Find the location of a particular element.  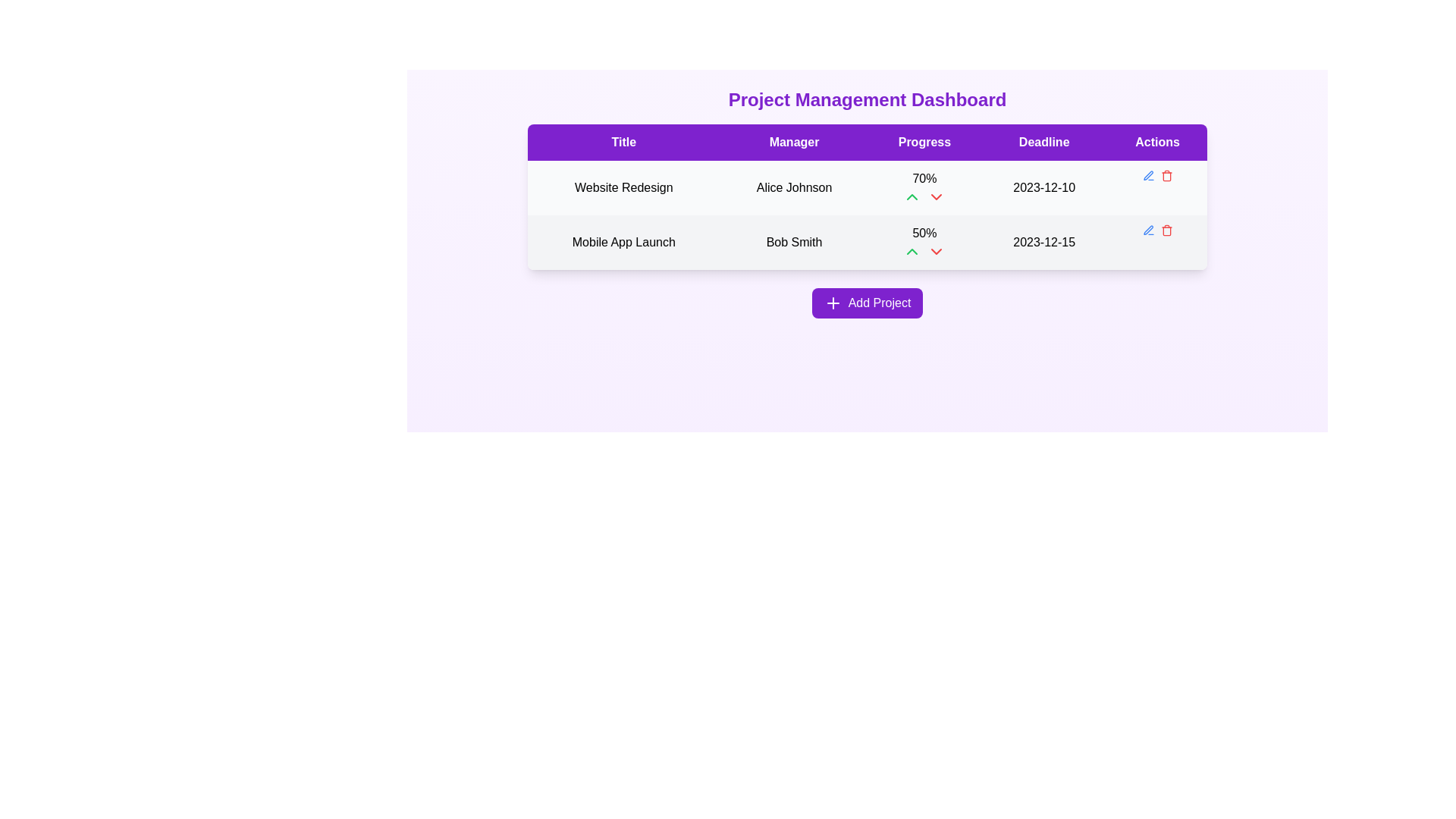

the static text label indicating the title of a project in the first row, first column of the project management dashboard is located at coordinates (623, 187).